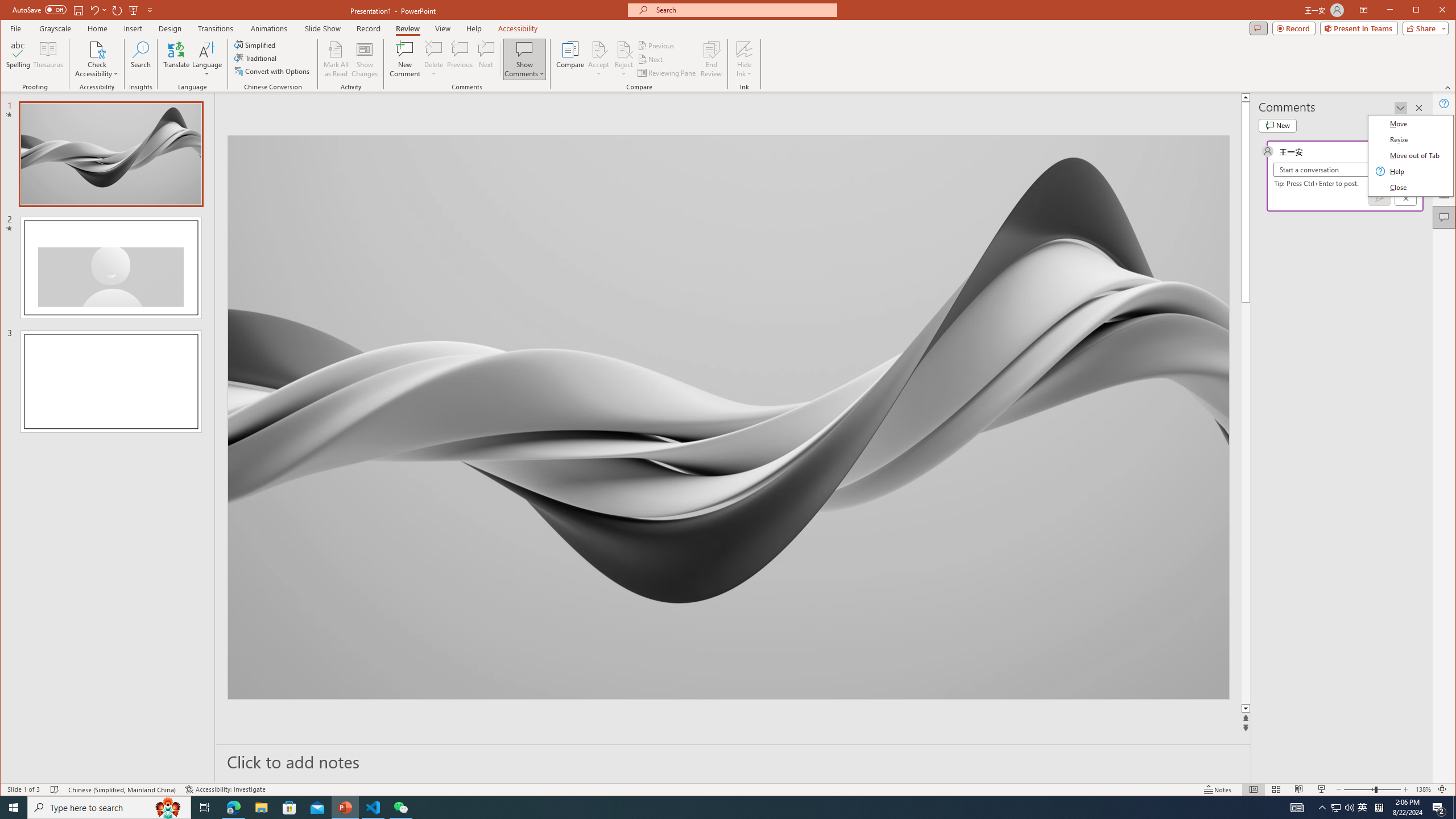 This screenshot has height=819, width=1456. I want to click on 'Home', so click(97, 28).